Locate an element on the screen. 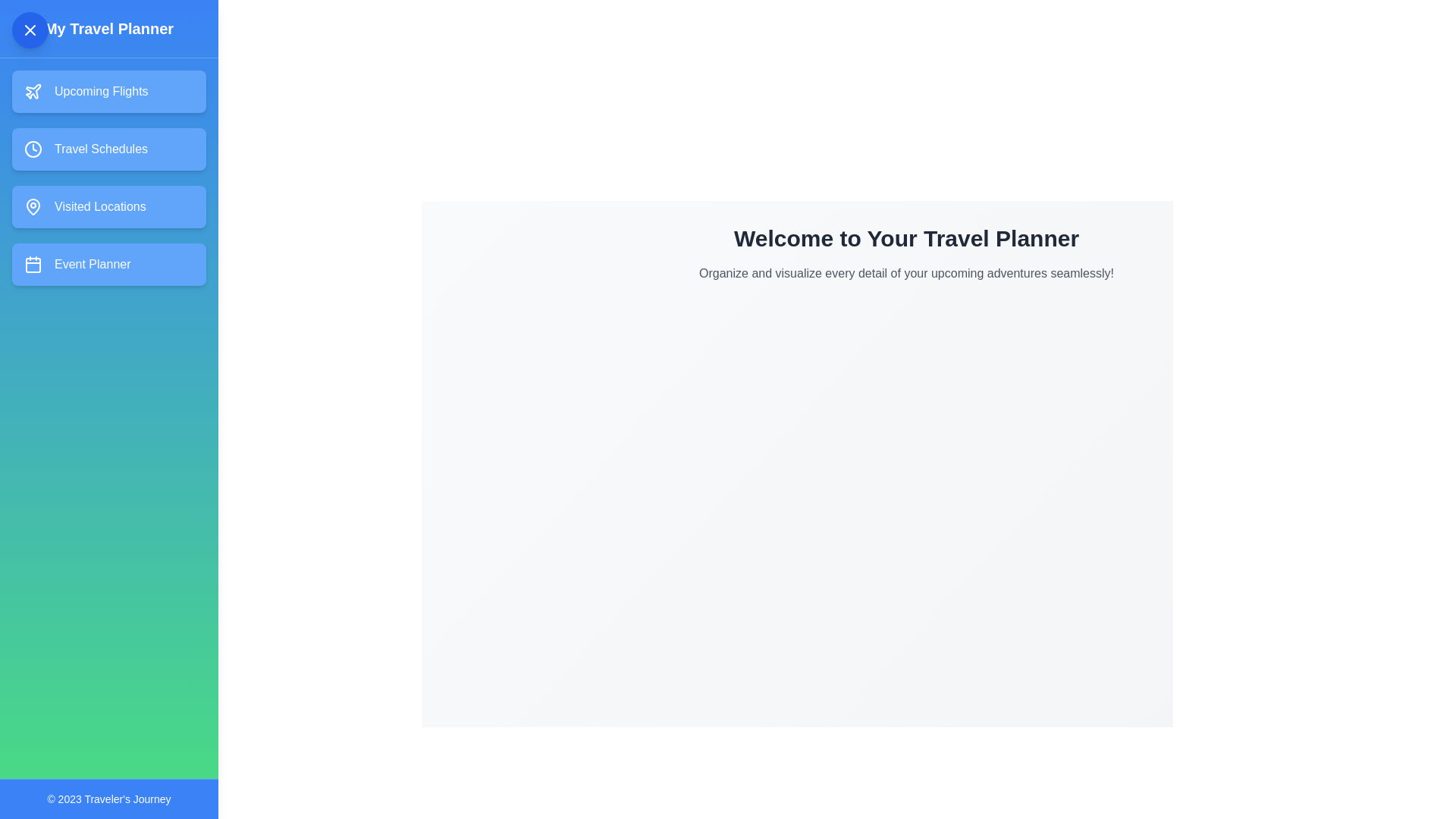 This screenshot has width=1456, height=819. the small calendar icon with a white outline against a blue background, located to the left of the 'Event Planner' text in the vertical navigation bar is located at coordinates (33, 263).